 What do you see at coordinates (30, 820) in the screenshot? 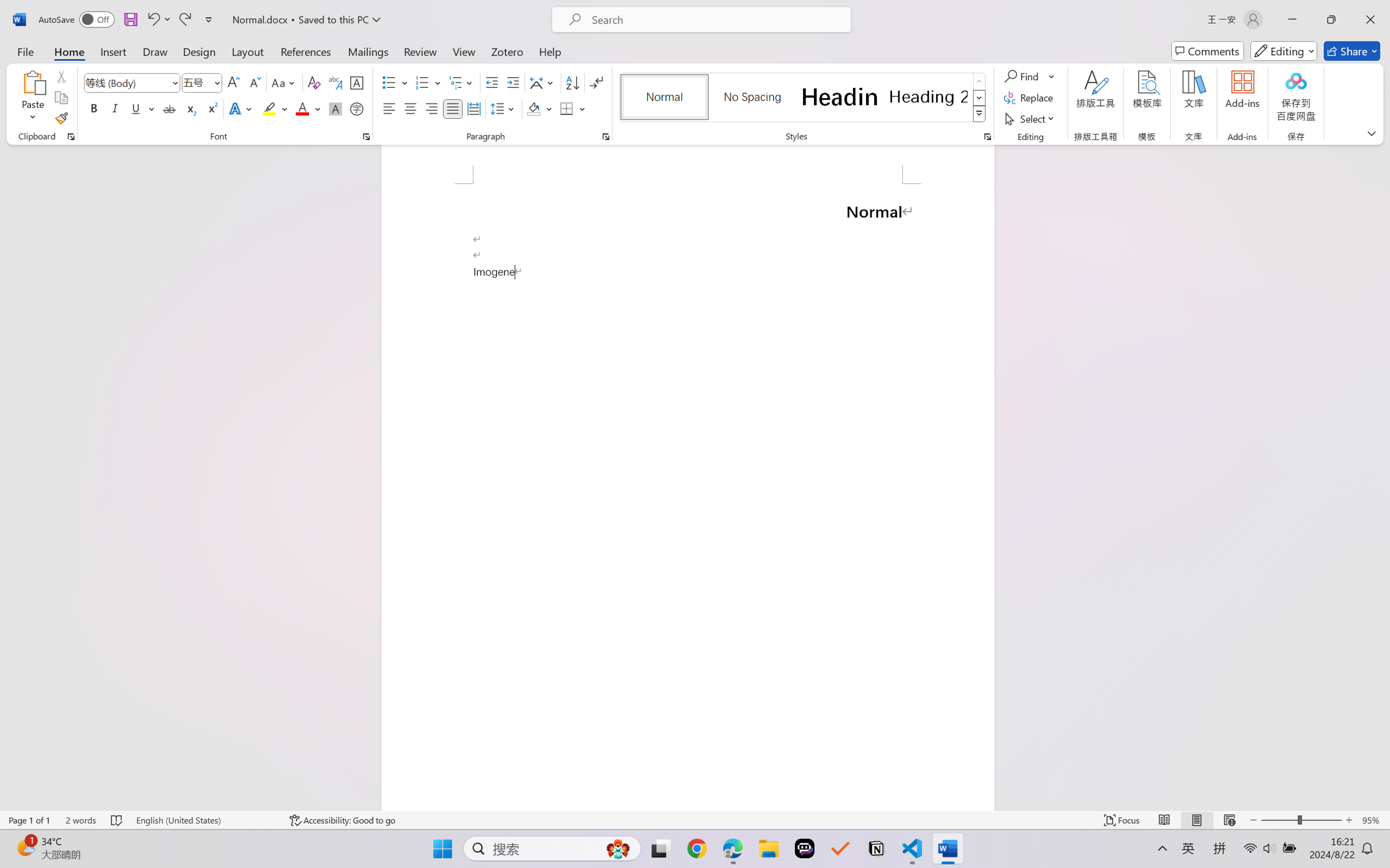
I see `'Page Number Page 1 of 1'` at bounding box center [30, 820].